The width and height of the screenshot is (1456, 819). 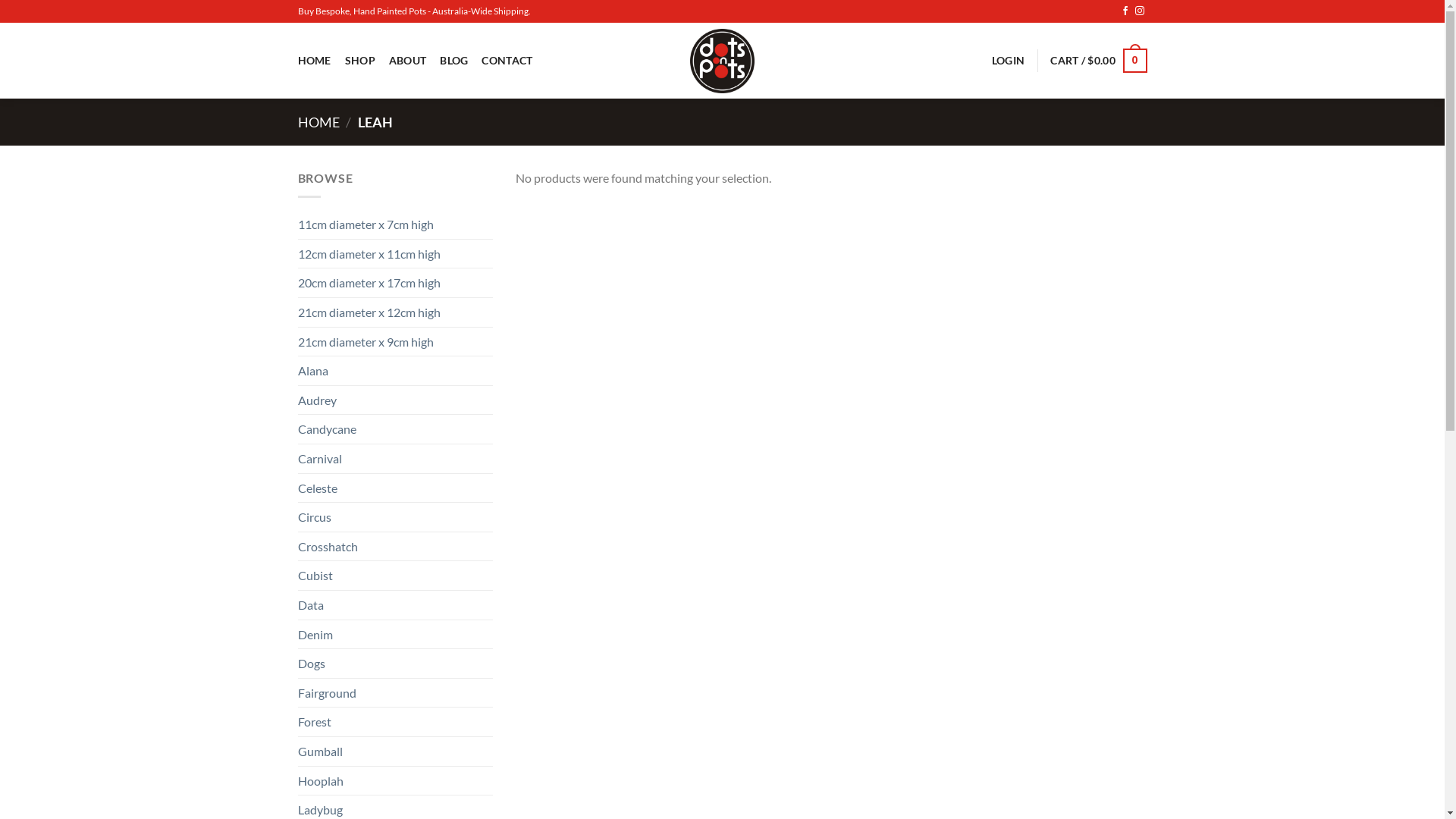 What do you see at coordinates (453, 59) in the screenshot?
I see `'BLOG'` at bounding box center [453, 59].